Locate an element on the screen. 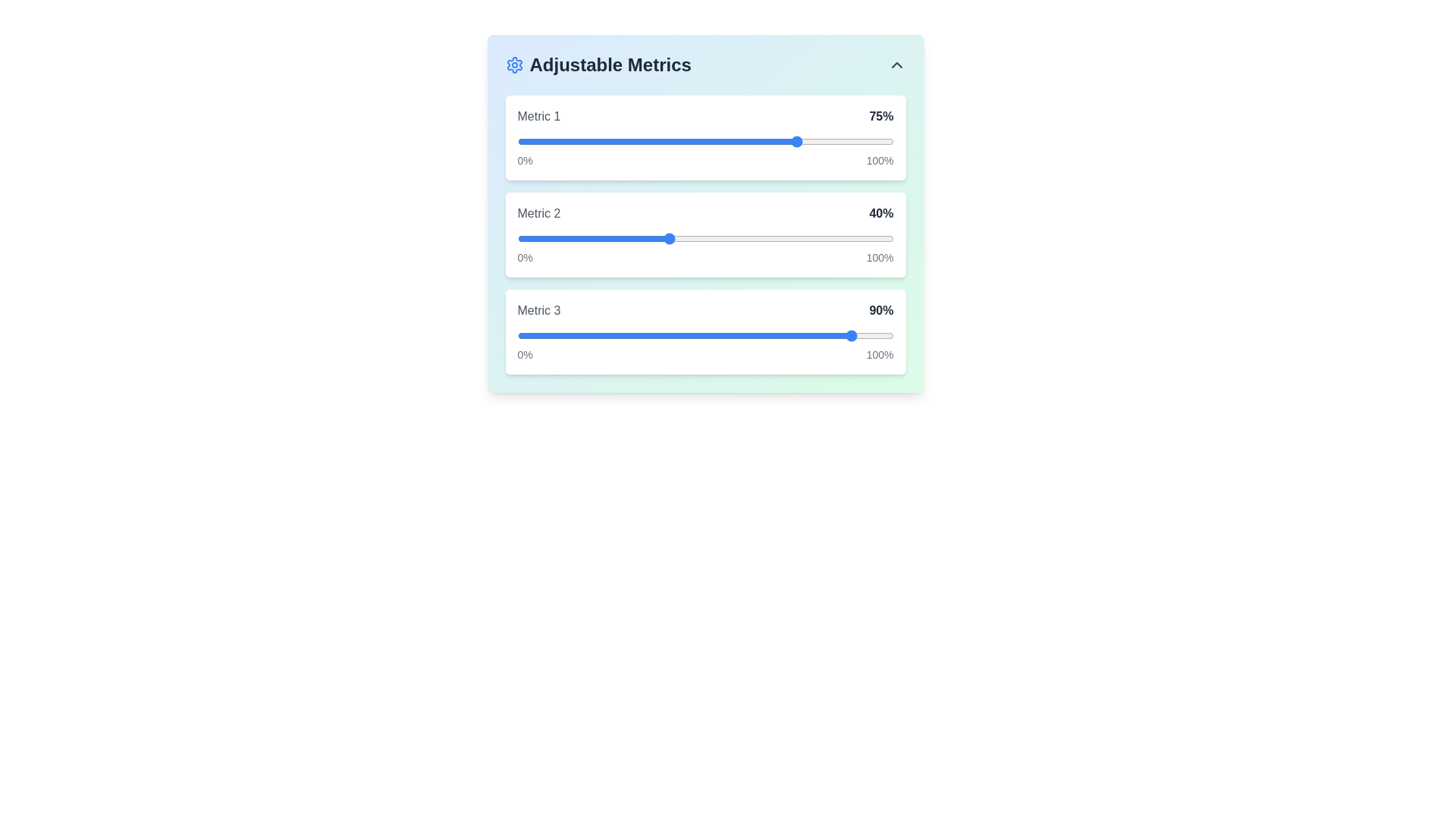  the horizontal slider for 'Metric 2' to move the thumb to the clicked position is located at coordinates (704, 234).